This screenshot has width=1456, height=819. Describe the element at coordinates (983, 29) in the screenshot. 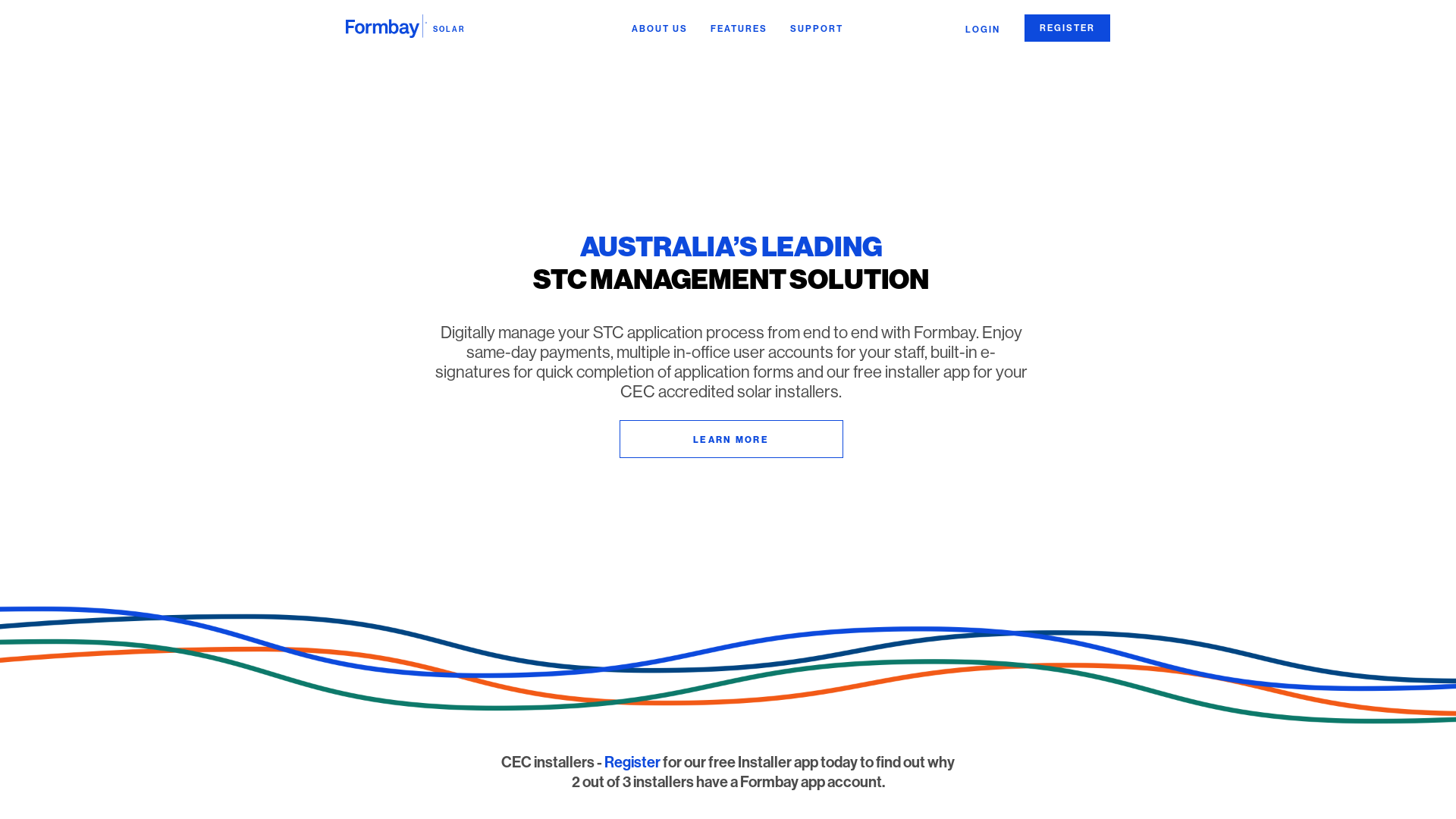

I see `'LOGIN'` at that location.